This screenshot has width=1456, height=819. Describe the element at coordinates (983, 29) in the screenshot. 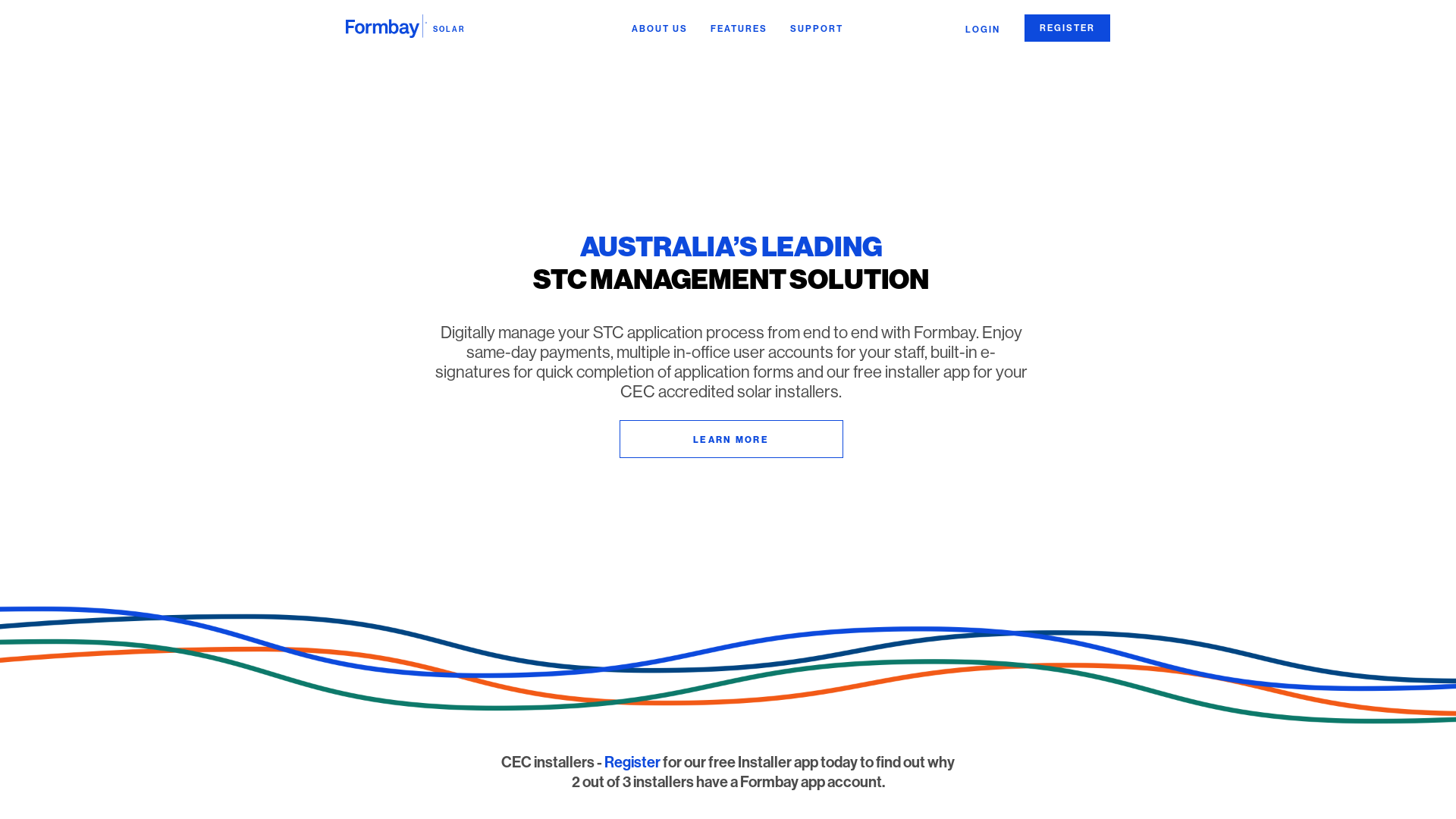

I see `'LOGIN'` at that location.